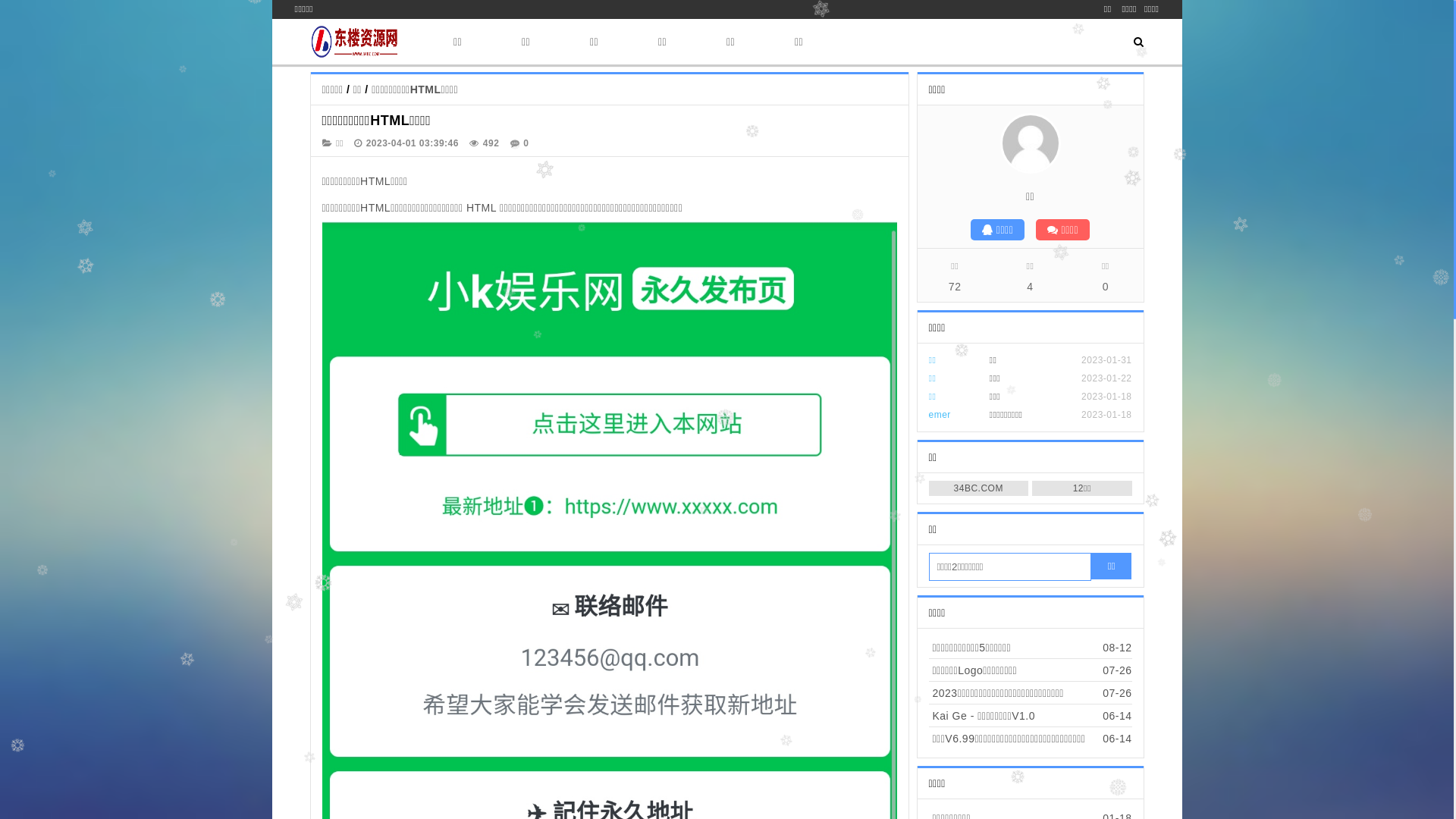  What do you see at coordinates (978, 488) in the screenshot?
I see `'34BC.COM'` at bounding box center [978, 488].